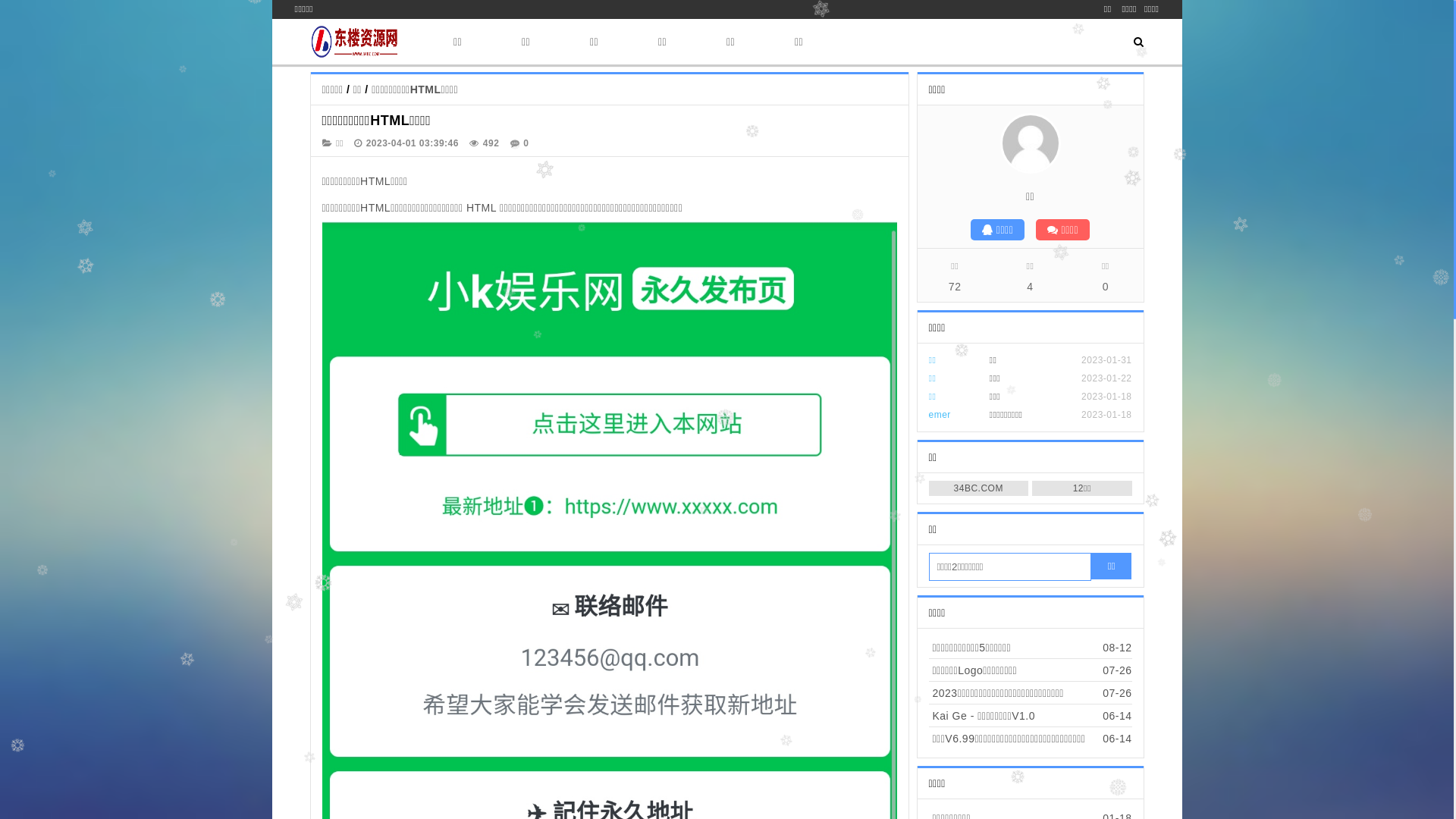  What do you see at coordinates (978, 488) in the screenshot?
I see `'34BC.COM'` at bounding box center [978, 488].